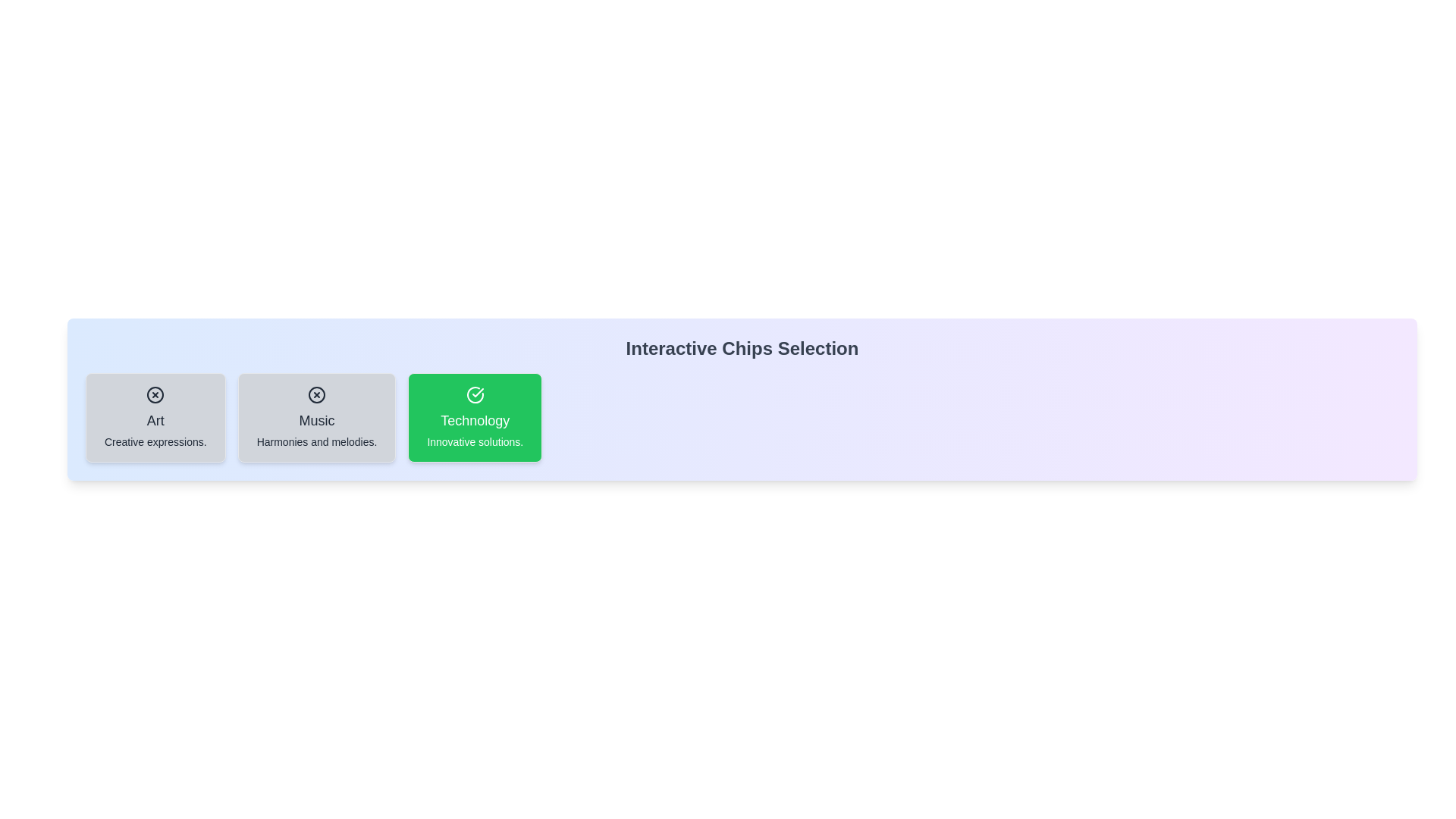 This screenshot has width=1456, height=819. I want to click on the chip labeled 'Art' by clicking on it, so click(155, 418).